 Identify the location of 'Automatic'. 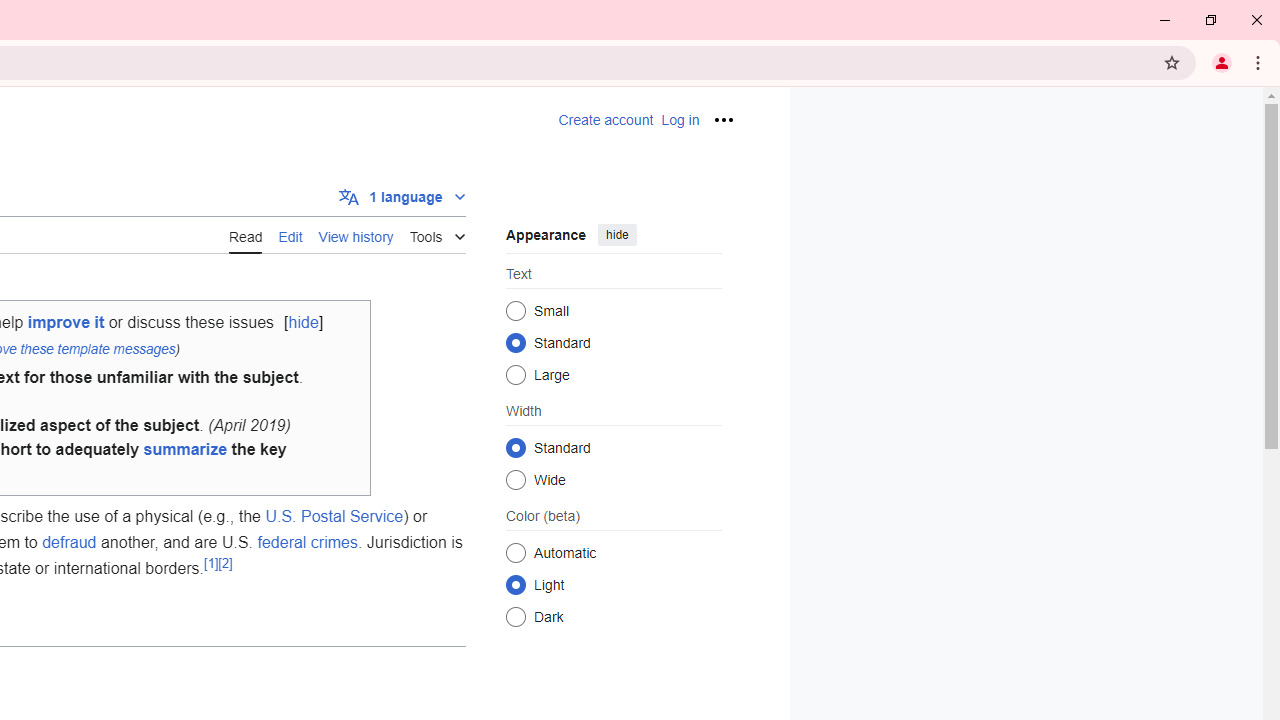
(515, 552).